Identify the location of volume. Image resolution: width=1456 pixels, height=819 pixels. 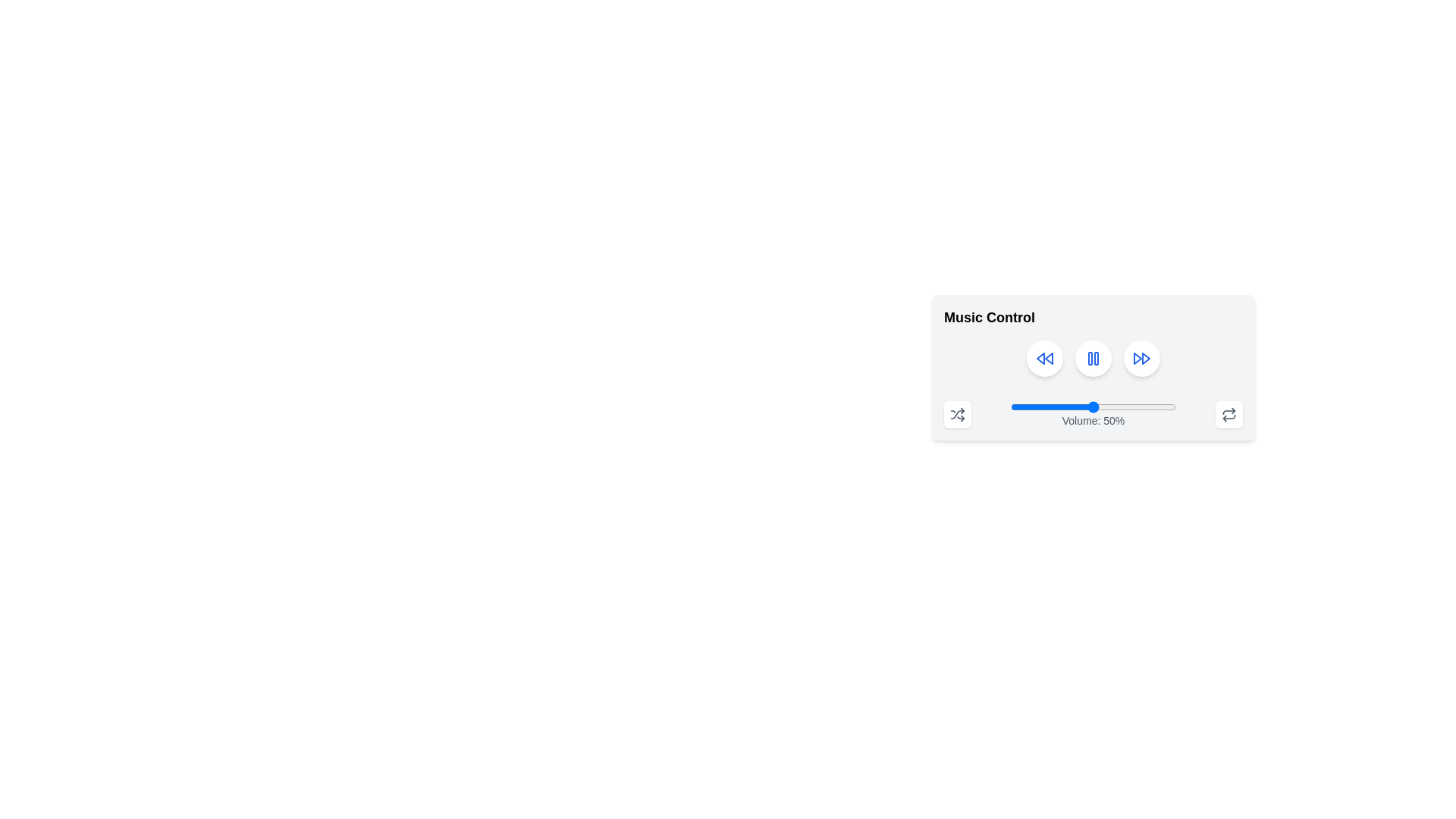
(1037, 406).